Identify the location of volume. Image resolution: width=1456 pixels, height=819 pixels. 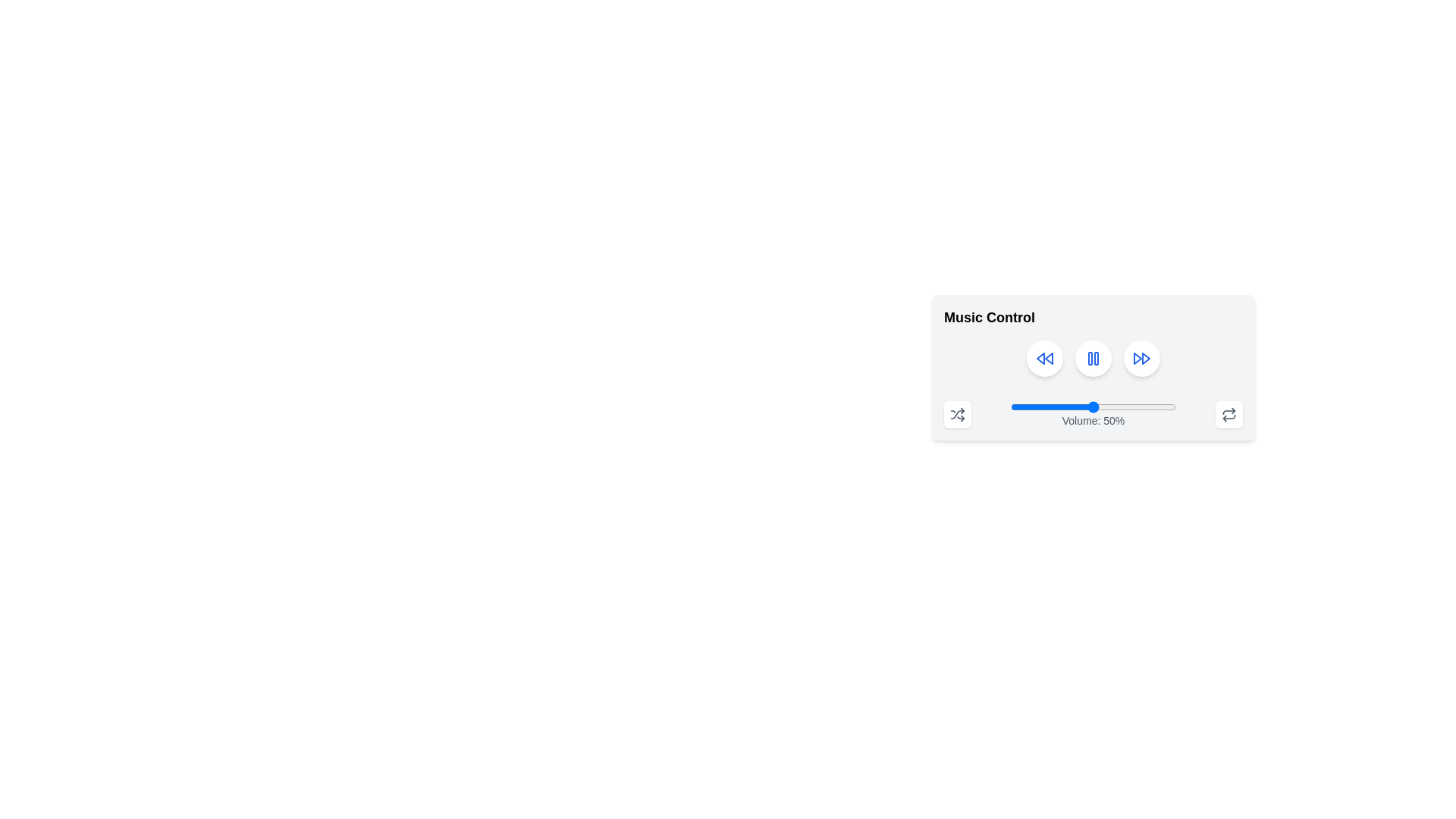
(1037, 406).